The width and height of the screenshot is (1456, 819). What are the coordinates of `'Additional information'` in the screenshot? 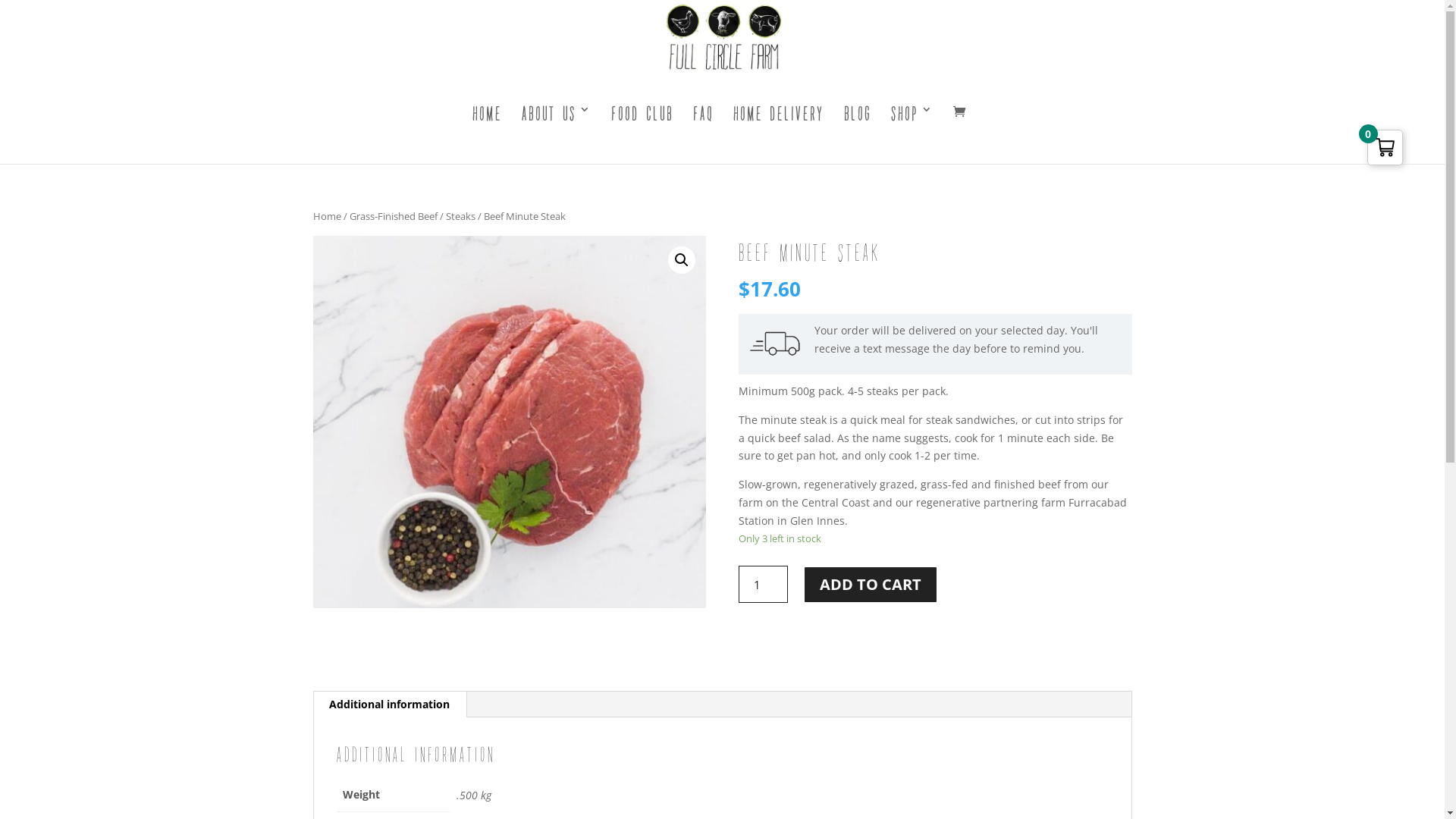 It's located at (312, 704).